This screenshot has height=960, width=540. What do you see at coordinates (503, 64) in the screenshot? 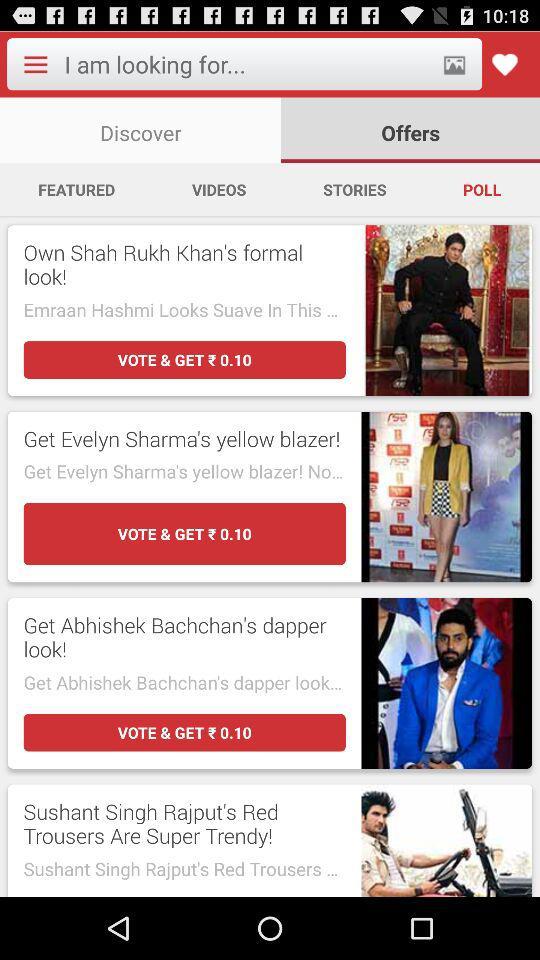
I see `enable favorite` at bounding box center [503, 64].